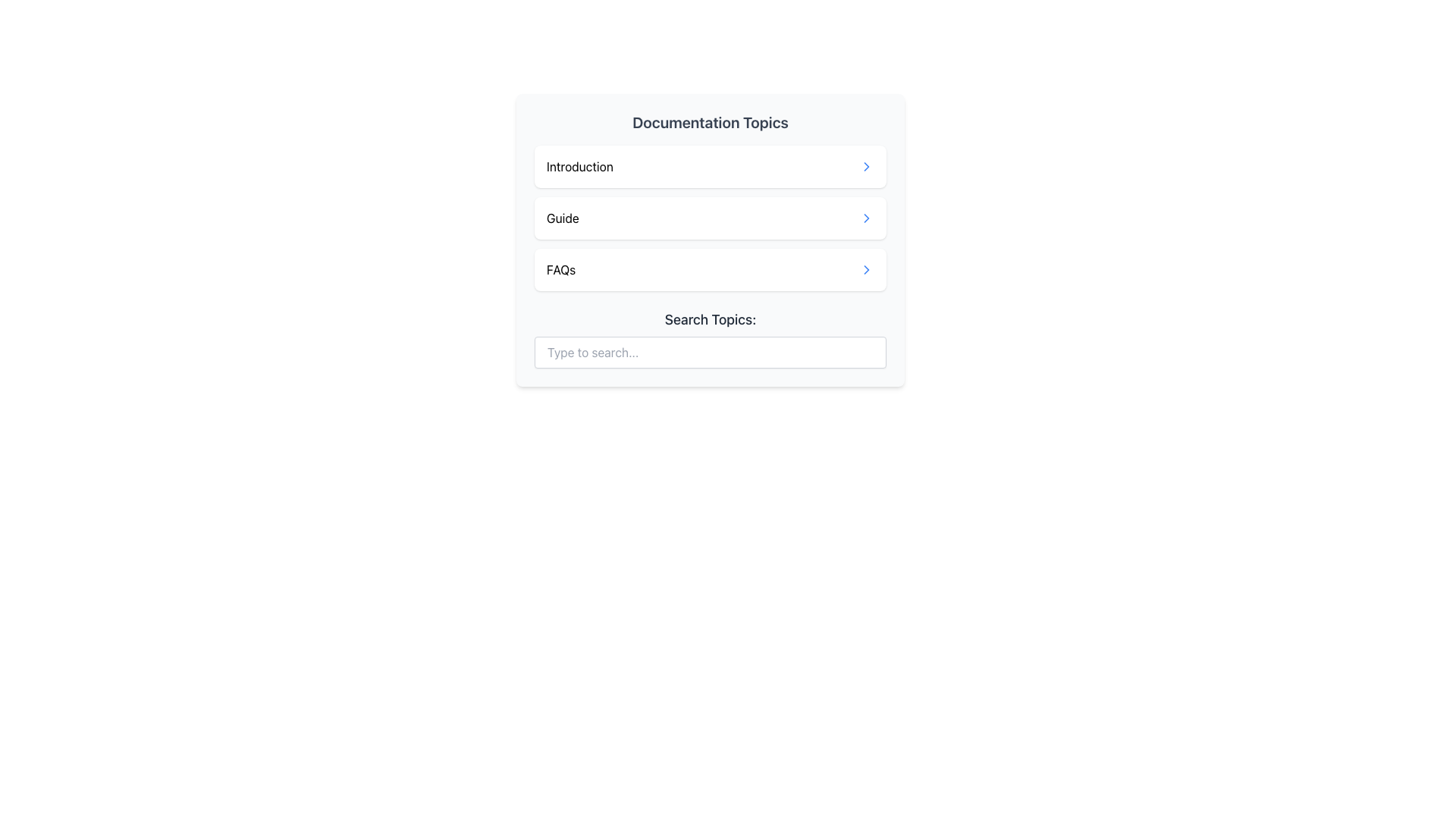 The image size is (1456, 819). I want to click on the rightward-pointing blue chevron icon located to the right of the 'Guide' title in the Documentation Topics list, so click(866, 218).